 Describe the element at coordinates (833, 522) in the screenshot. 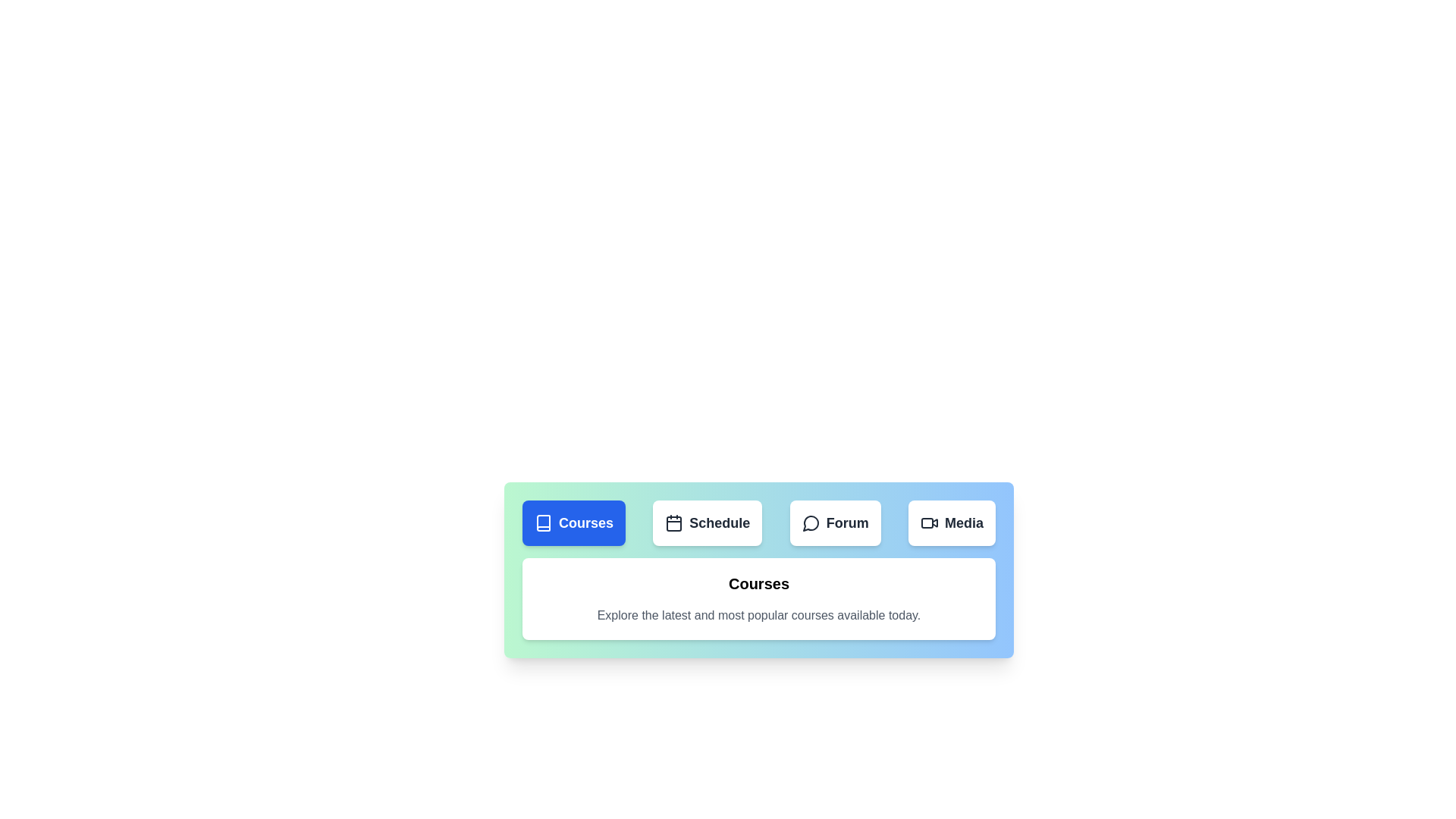

I see `the tab button corresponding to the Forum tab` at that location.